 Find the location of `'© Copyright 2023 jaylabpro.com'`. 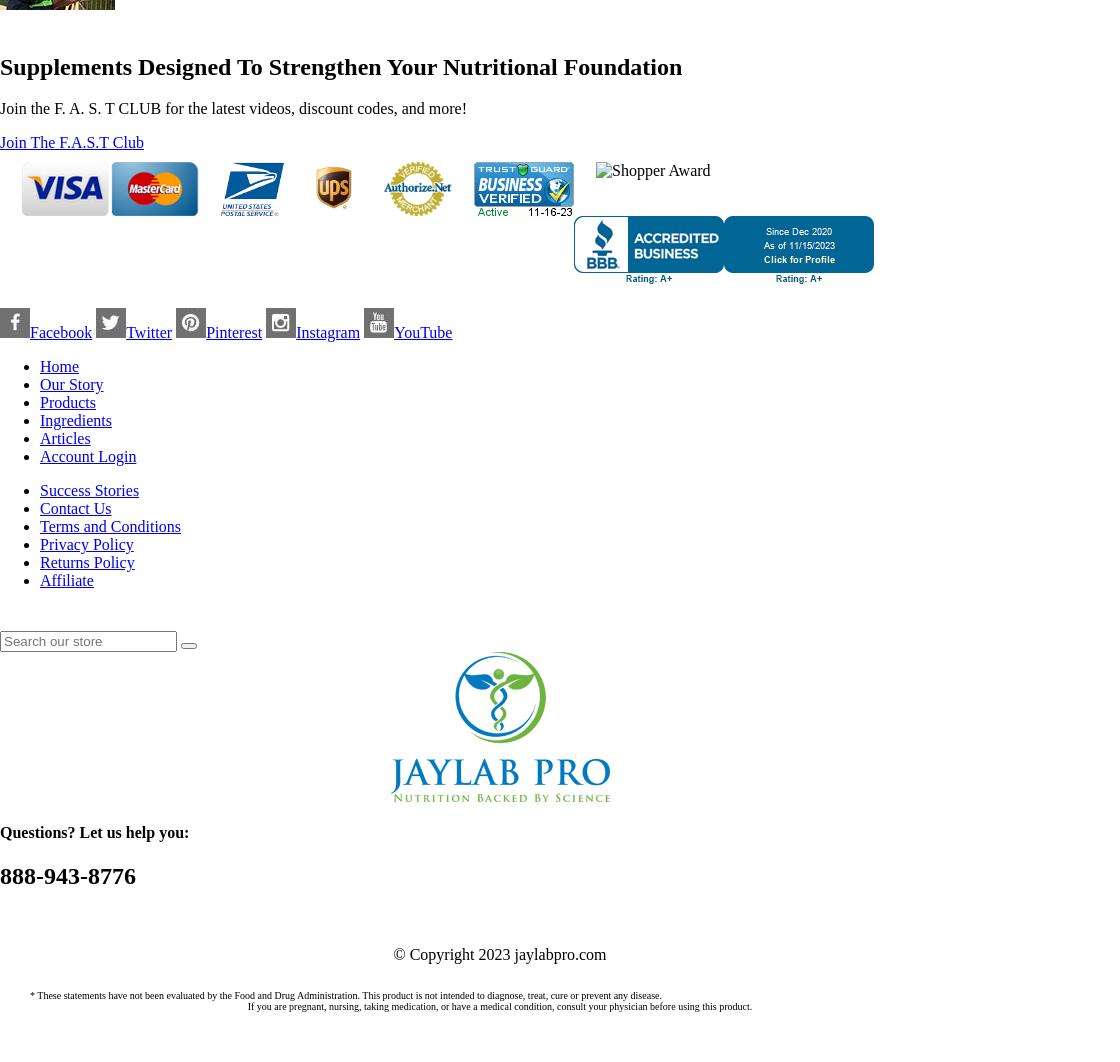

'© Copyright 2023 jaylabpro.com' is located at coordinates (499, 952).